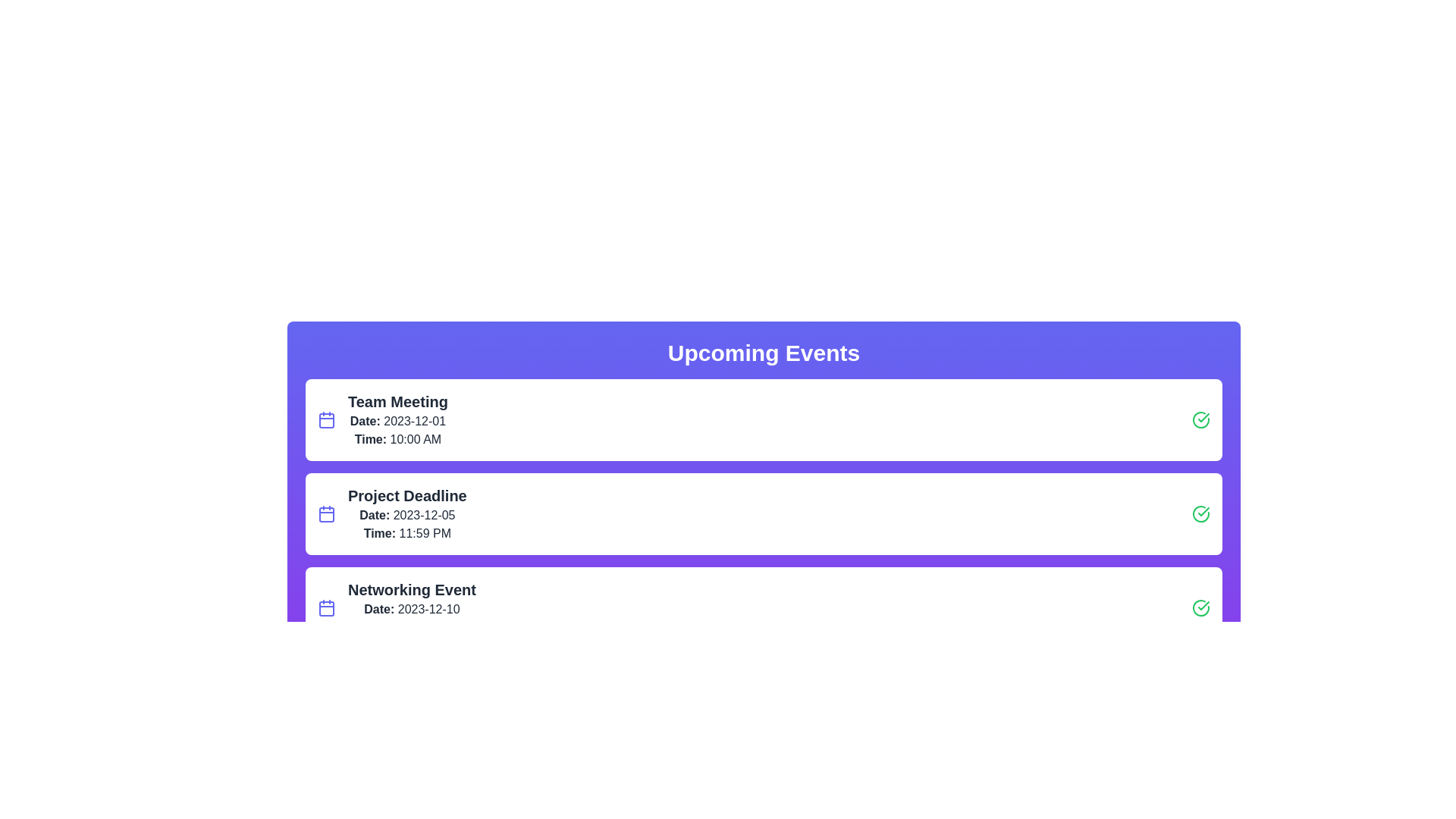 The width and height of the screenshot is (1456, 819). What do you see at coordinates (412, 607) in the screenshot?
I see `the static text display that shows information about an upcoming event, specifically located below 'Team Meeting' and 'Project Deadline'` at bounding box center [412, 607].